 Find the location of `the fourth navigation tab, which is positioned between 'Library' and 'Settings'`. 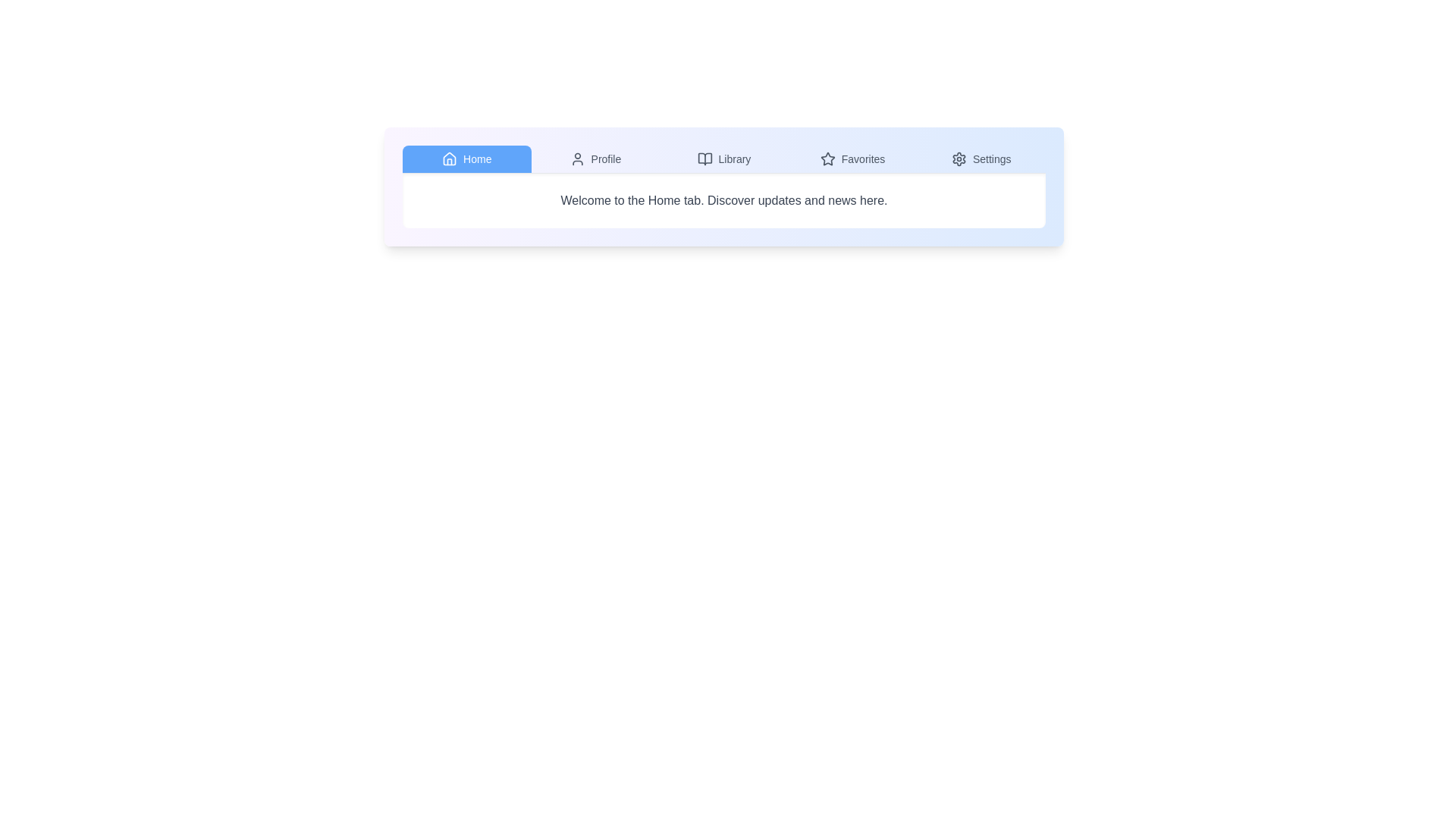

the fourth navigation tab, which is positioned between 'Library' and 'Settings' is located at coordinates (852, 158).